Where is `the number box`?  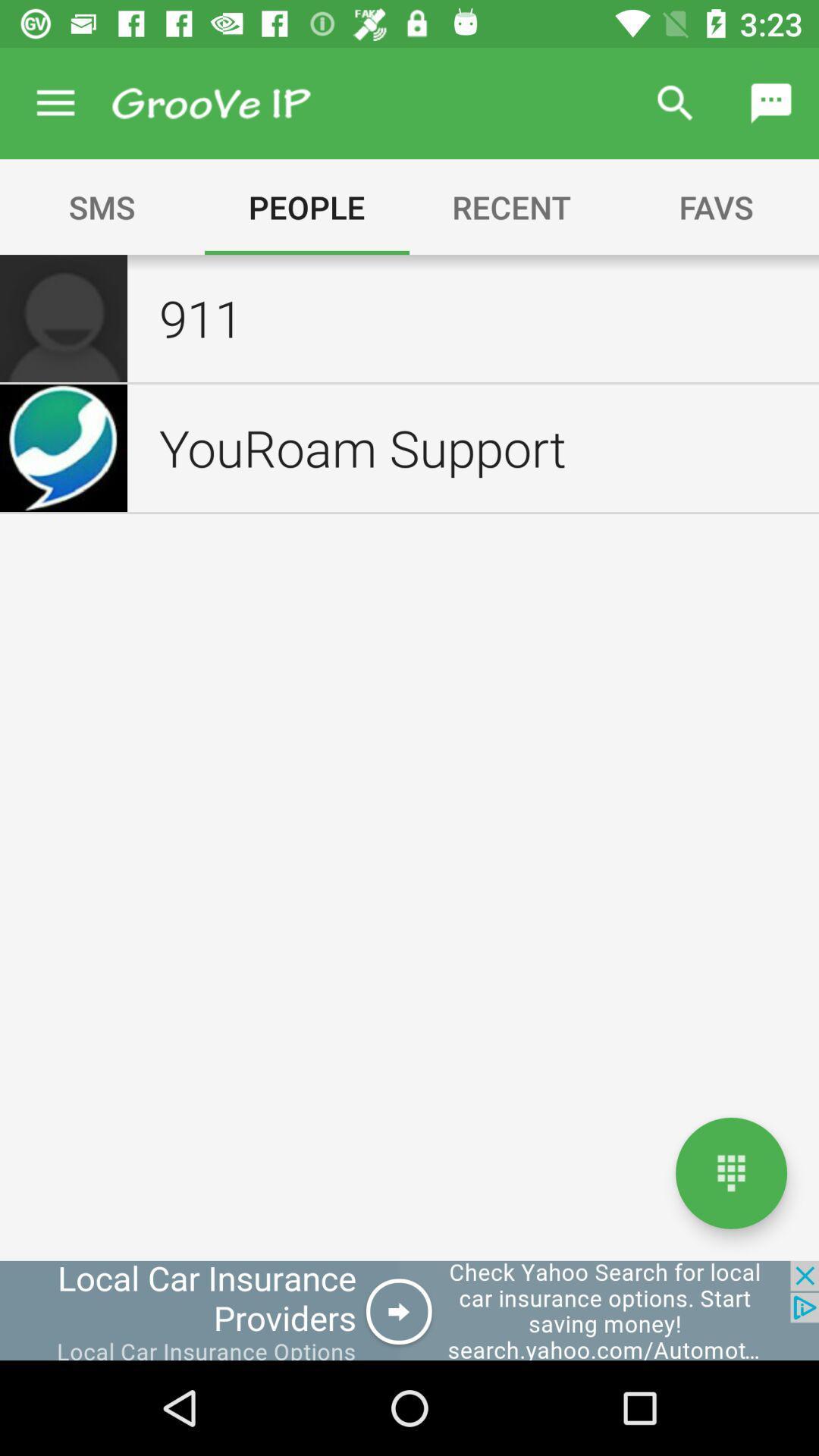 the number box is located at coordinates (730, 1172).